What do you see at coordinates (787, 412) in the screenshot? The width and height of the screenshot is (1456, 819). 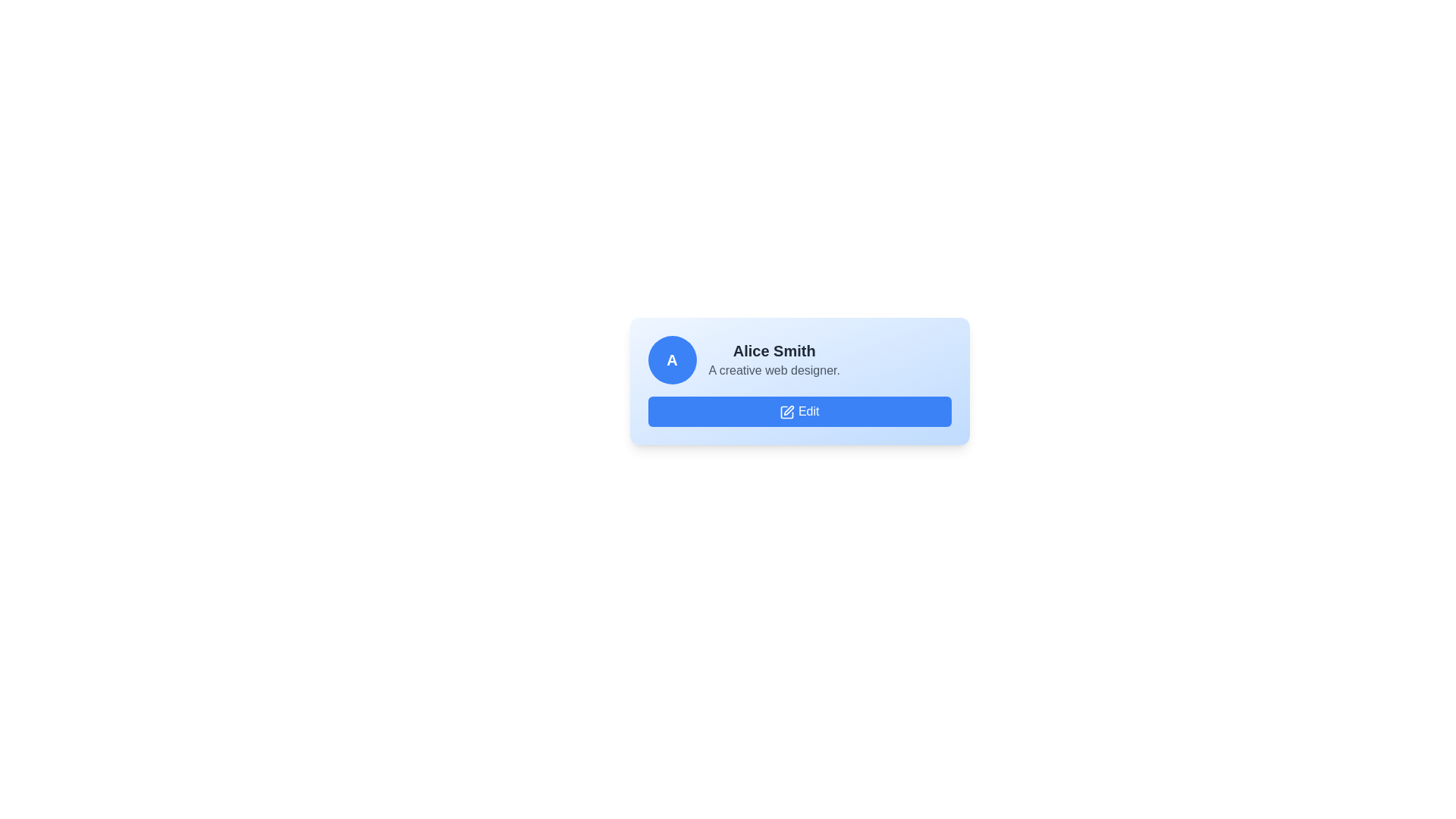 I see `the 'Edit' button that contains the edit icon, which serves as a visual cue for editing actions` at bounding box center [787, 412].